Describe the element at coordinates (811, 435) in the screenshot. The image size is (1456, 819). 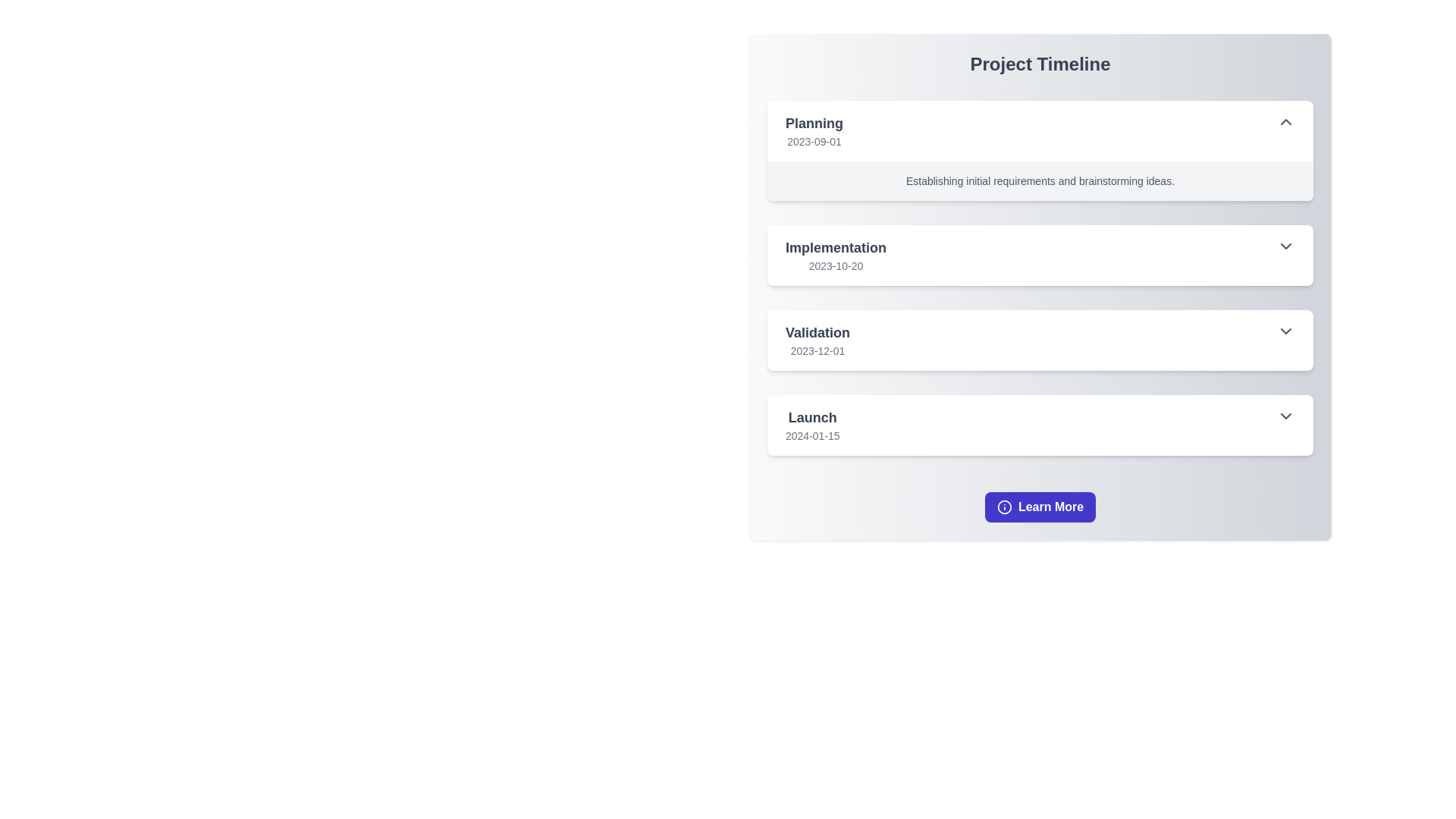
I see `text content of the Text Label displaying the date '2024-01-15' located under the heading 'Launch' in a card-style layout` at that location.